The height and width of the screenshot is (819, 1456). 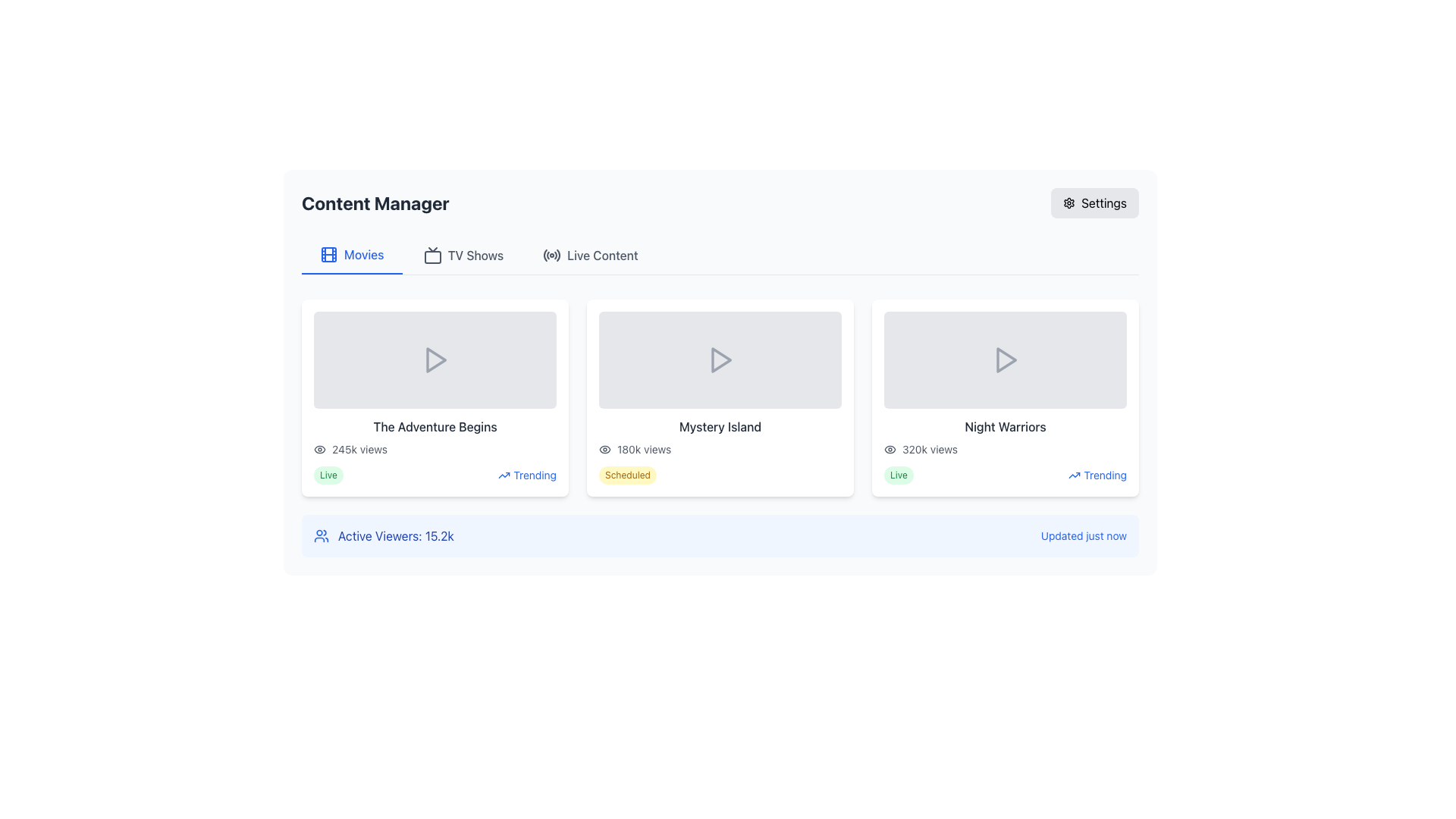 What do you see at coordinates (1005, 359) in the screenshot?
I see `the interactive play icon located at the top of its card representation, which serves as the primary interaction point for media playback` at bounding box center [1005, 359].